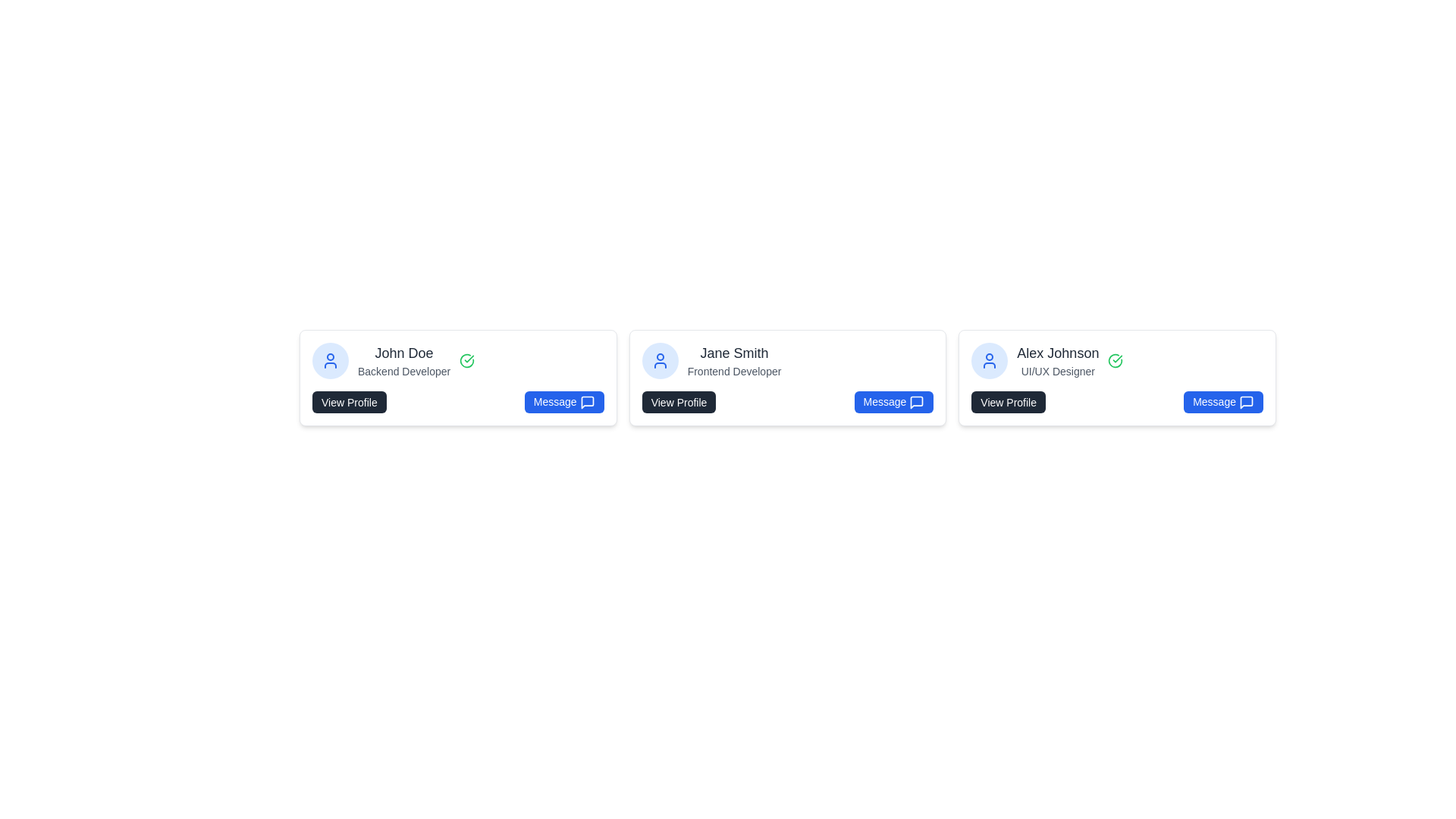  What do you see at coordinates (404, 371) in the screenshot?
I see `the label indicating the user's occupation ('Backend Developer') located below 'John Doe' in the profile card of 'John Doe'` at bounding box center [404, 371].